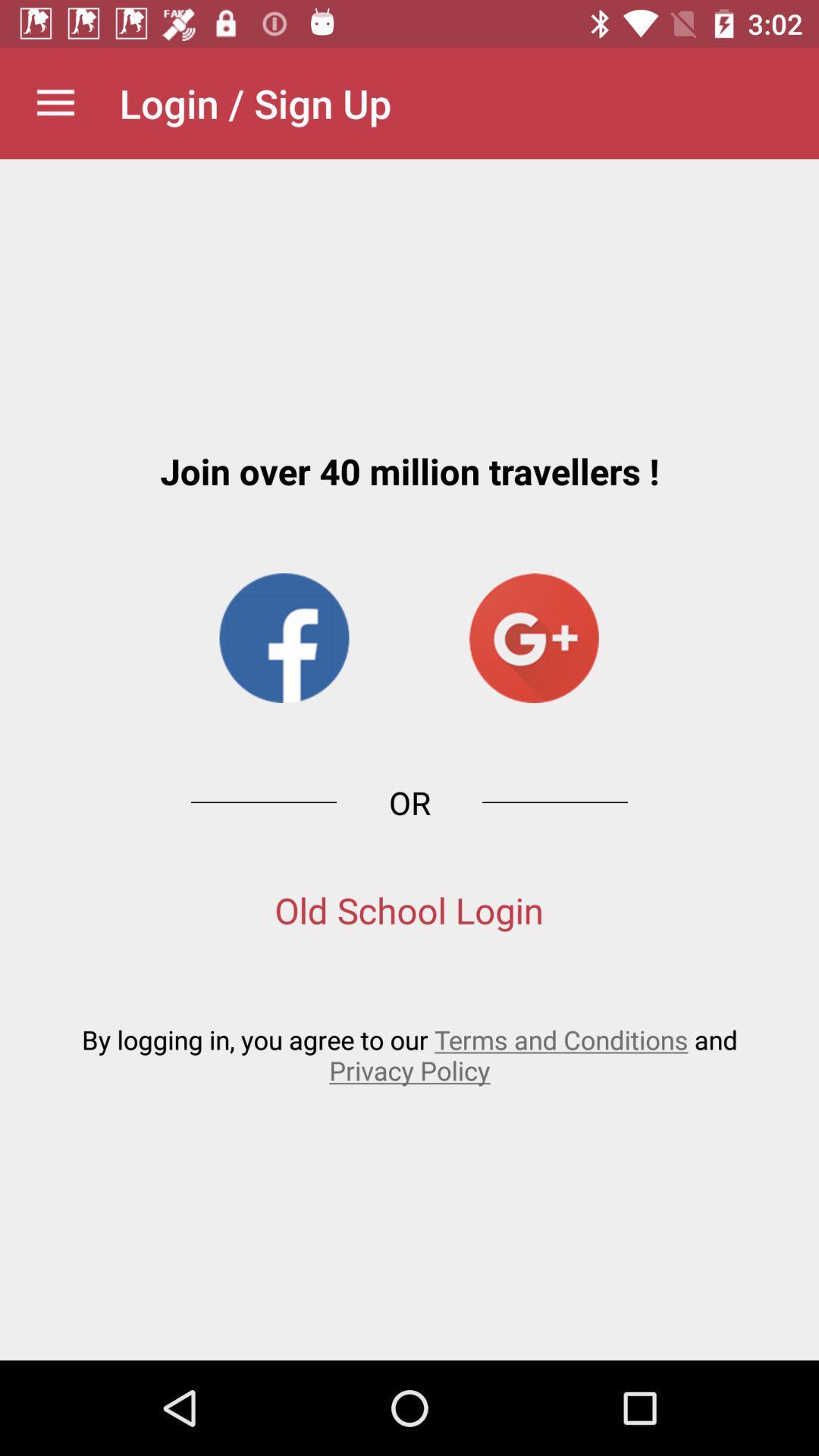 This screenshot has width=819, height=1456. I want to click on login with facebook, so click(284, 638).